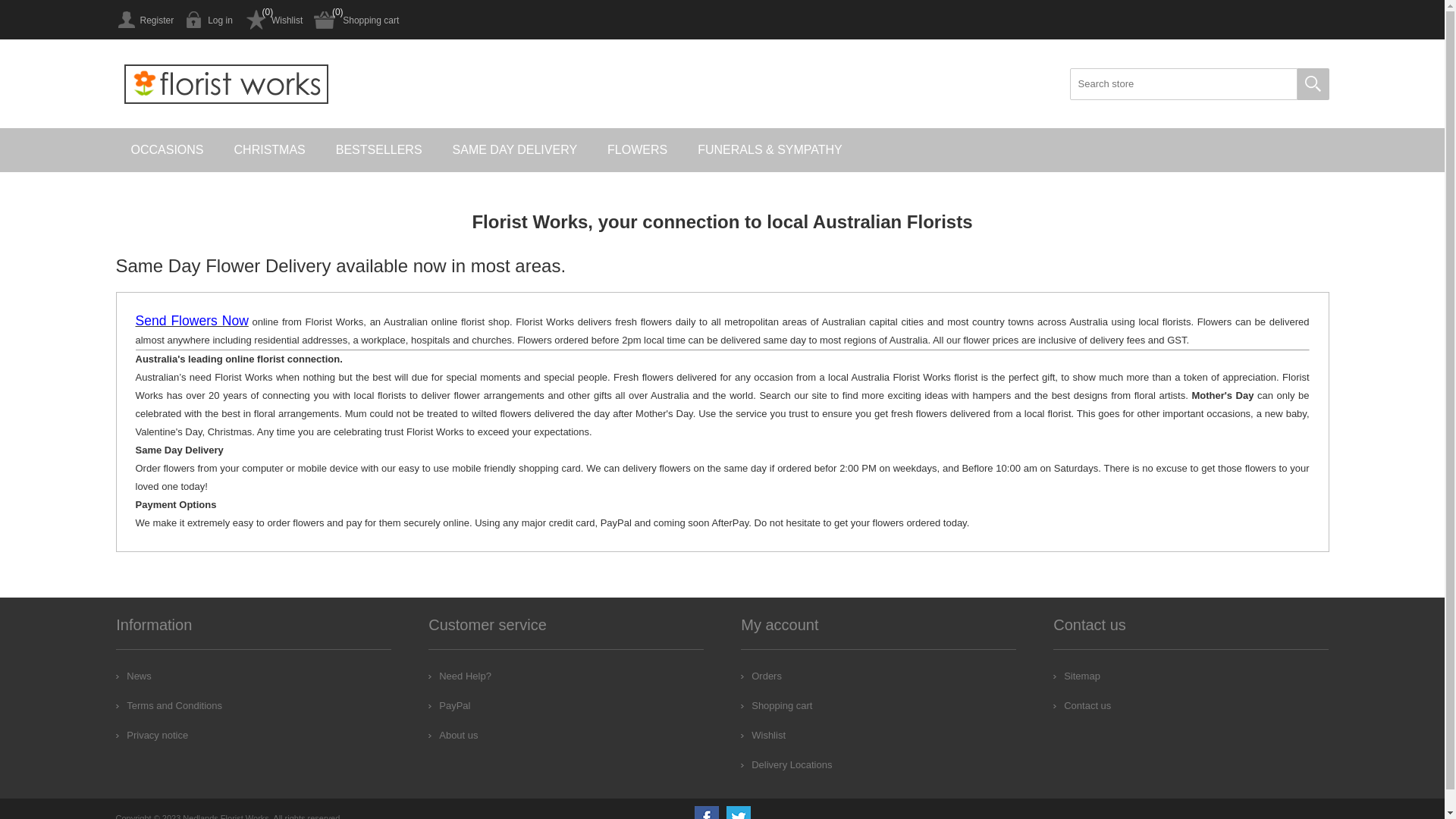 Image resolution: width=1456 pixels, height=819 pixels. I want to click on 'SAME DAY DELIVERY', so click(515, 149).